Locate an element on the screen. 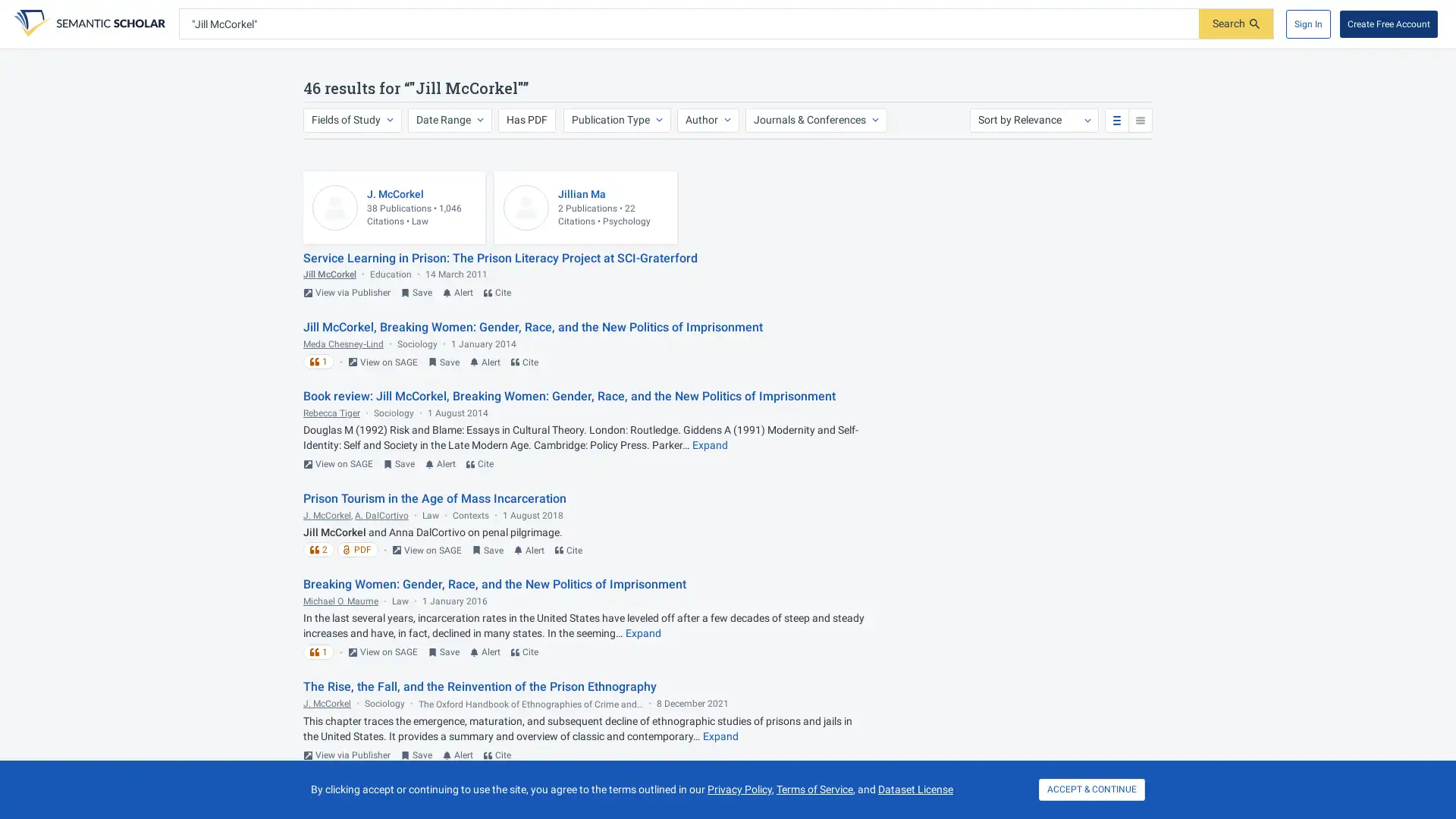 This screenshot has width=1456, height=819. Save to Library is located at coordinates (443, 651).